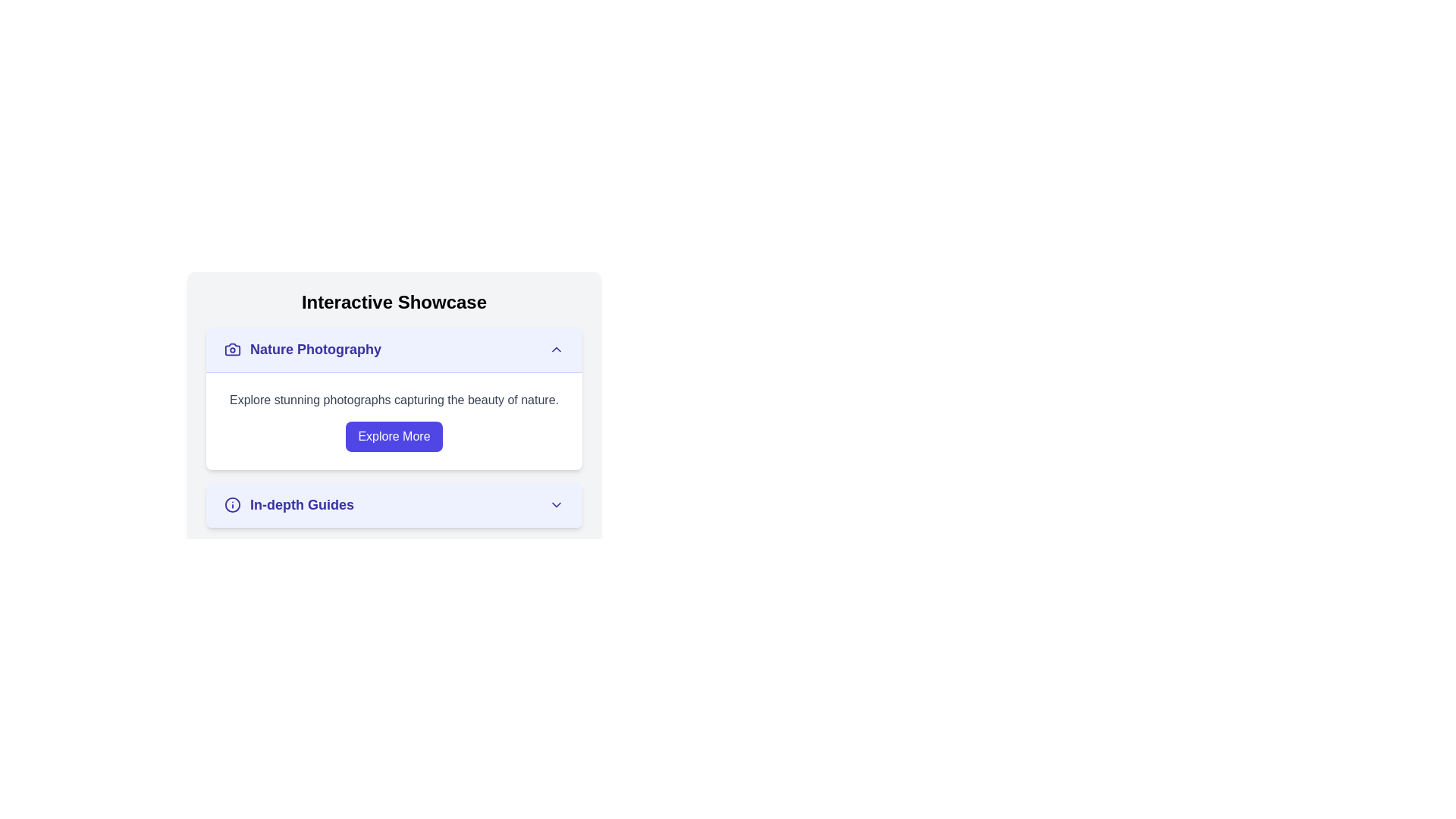 The image size is (1456, 819). Describe the element at coordinates (289, 505) in the screenshot. I see `the label for in-depth guides, which is the second card in a vertical stack and includes a down-chevron icon` at that location.